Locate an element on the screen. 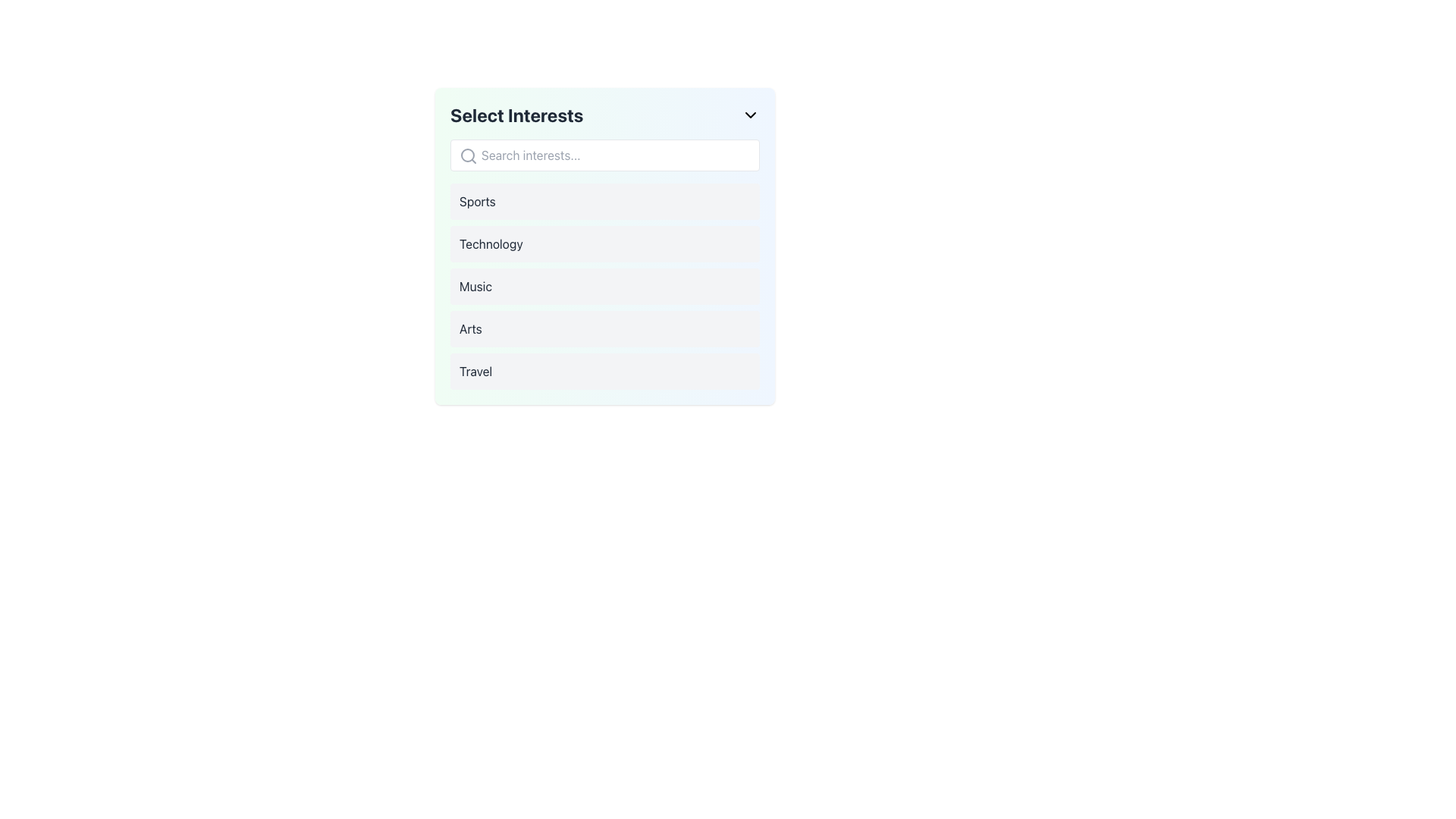 Image resolution: width=1456 pixels, height=819 pixels. to select the List Item labeled 'Travel', which is the fifth entry in a vertically stacked list of containers with a light gray background that darkens on hover is located at coordinates (604, 371).